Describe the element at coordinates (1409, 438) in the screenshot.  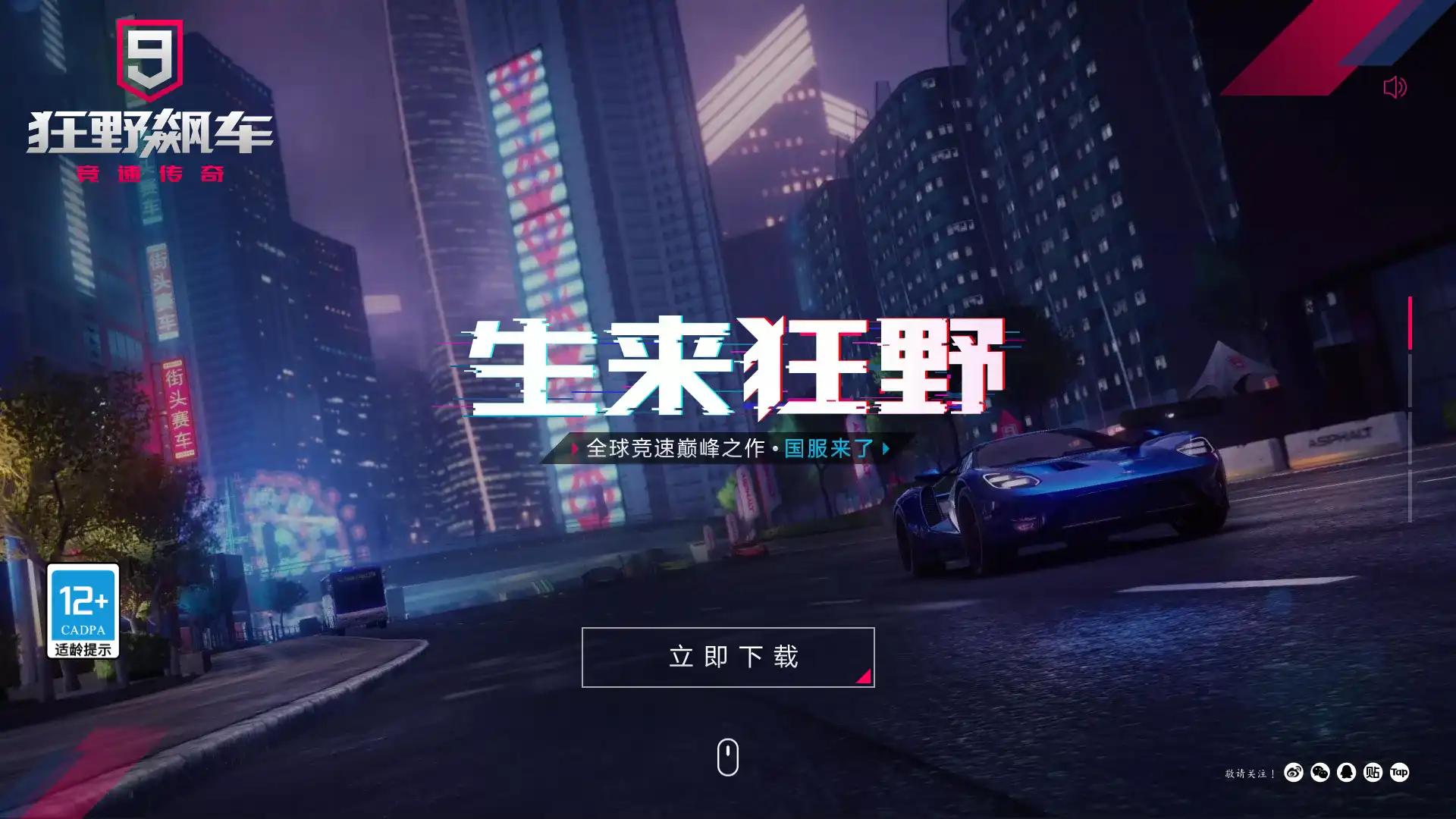
I see `Go to slide 3` at that location.